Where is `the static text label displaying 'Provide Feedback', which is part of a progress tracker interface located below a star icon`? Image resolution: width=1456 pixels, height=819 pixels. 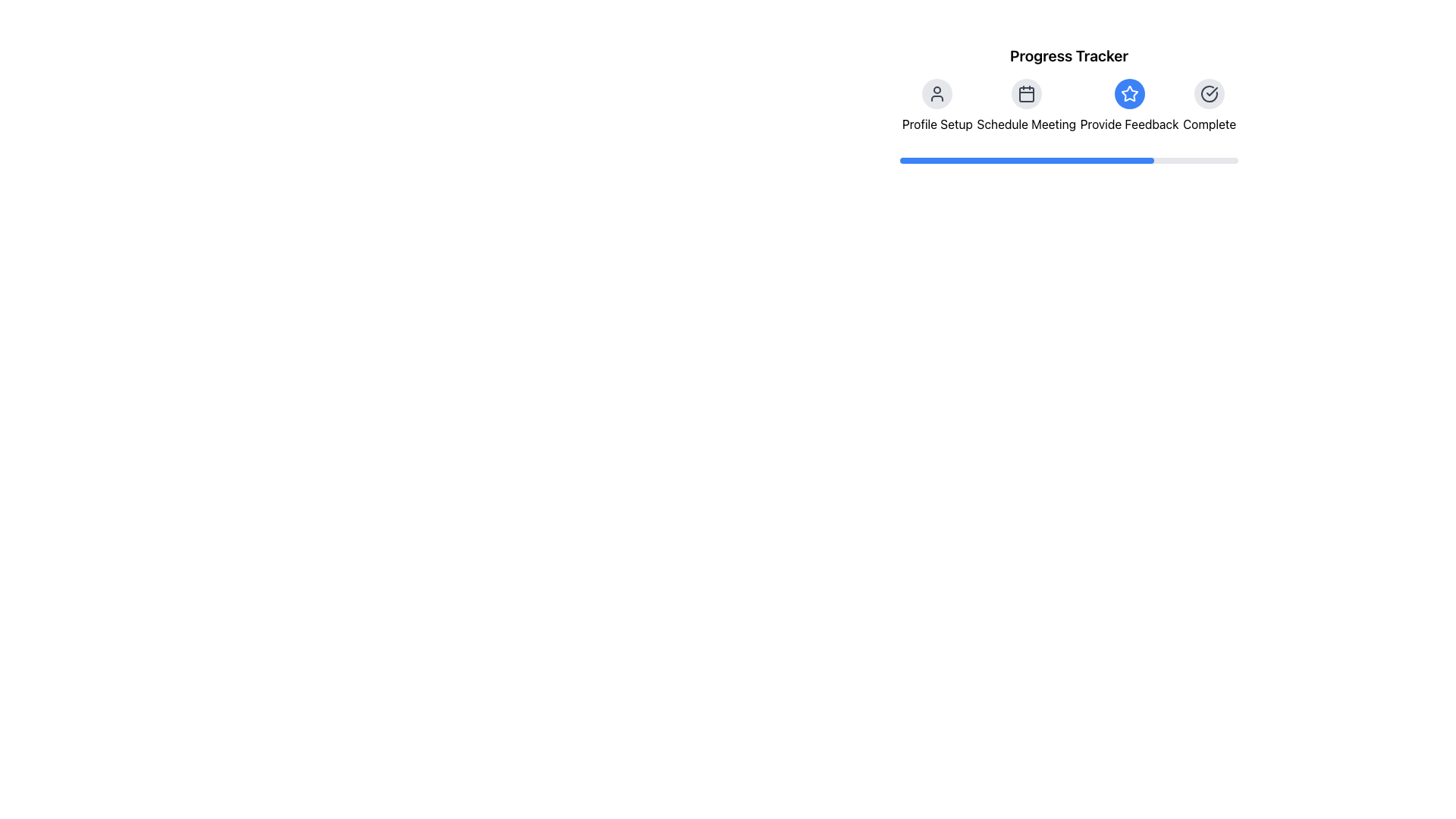 the static text label displaying 'Provide Feedback', which is part of a progress tracker interface located below a star icon is located at coordinates (1129, 124).